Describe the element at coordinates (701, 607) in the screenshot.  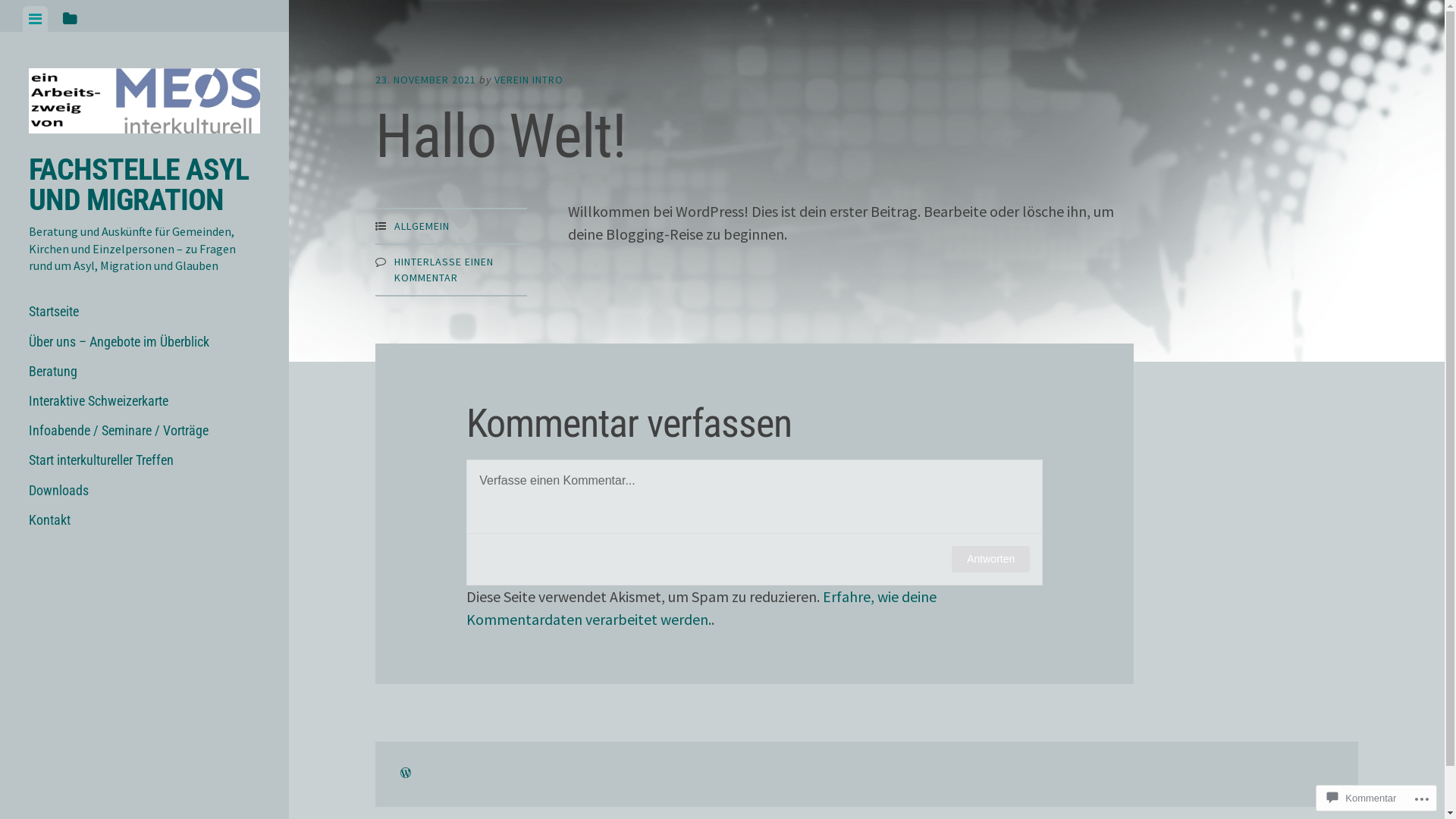
I see `'Erfahre, wie deine Kommentardaten verarbeitet werden.'` at that location.